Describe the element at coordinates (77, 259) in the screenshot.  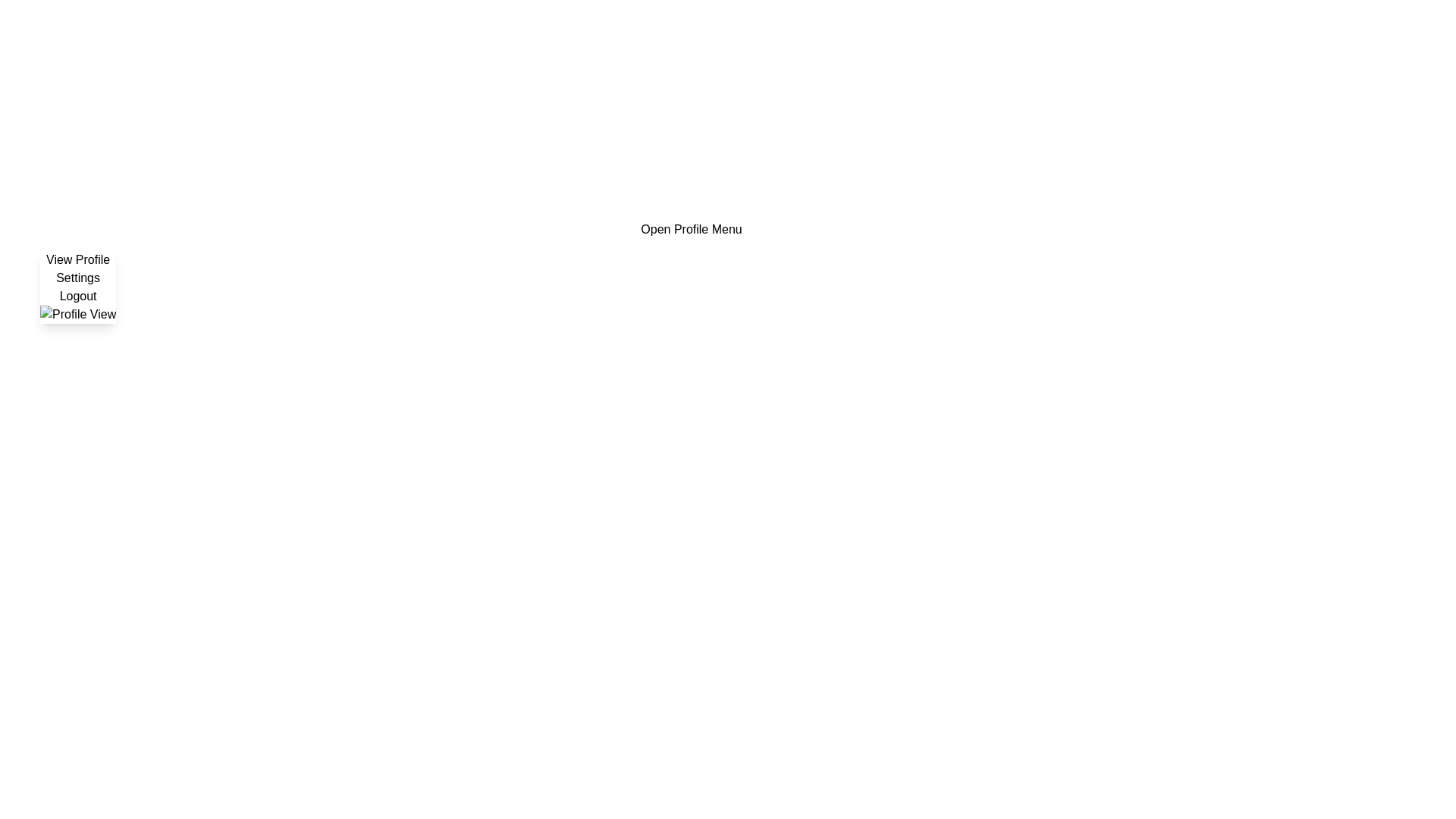
I see `the 'View Profile' text label, which is the first item in a vertical list of navigation actions` at that location.